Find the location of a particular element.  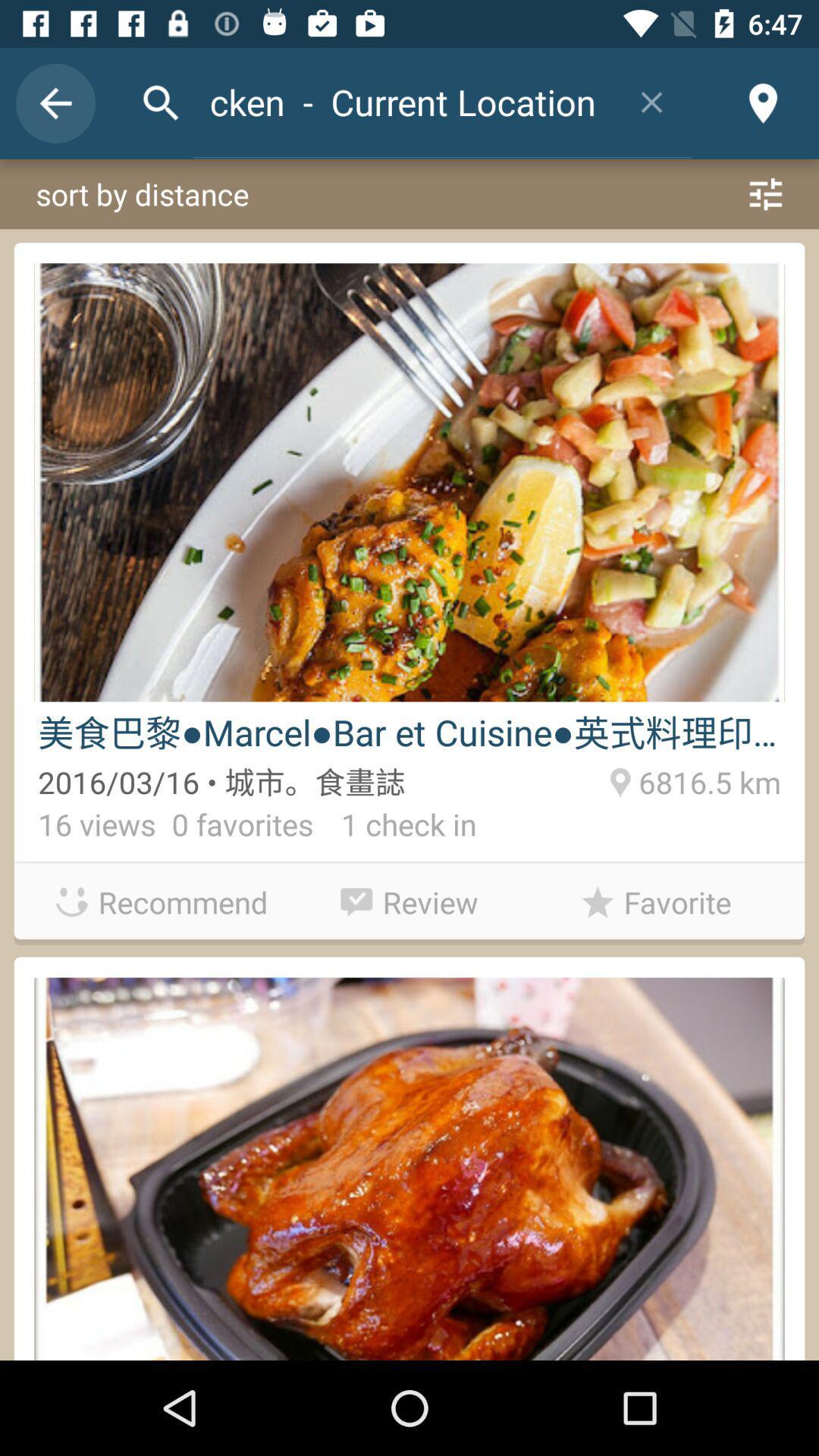

sort by distance is located at coordinates (409, 193).